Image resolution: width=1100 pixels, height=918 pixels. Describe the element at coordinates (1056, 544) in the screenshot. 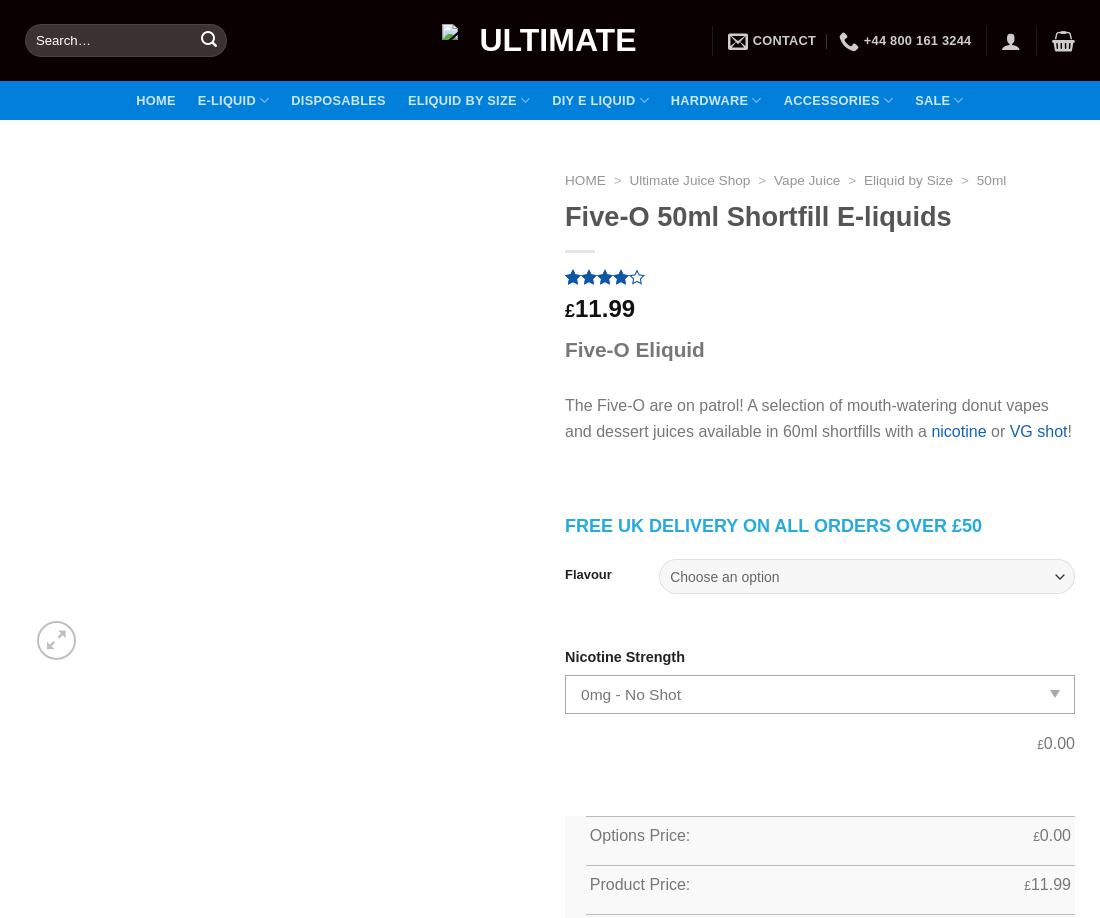

I see `'Clear'` at that location.